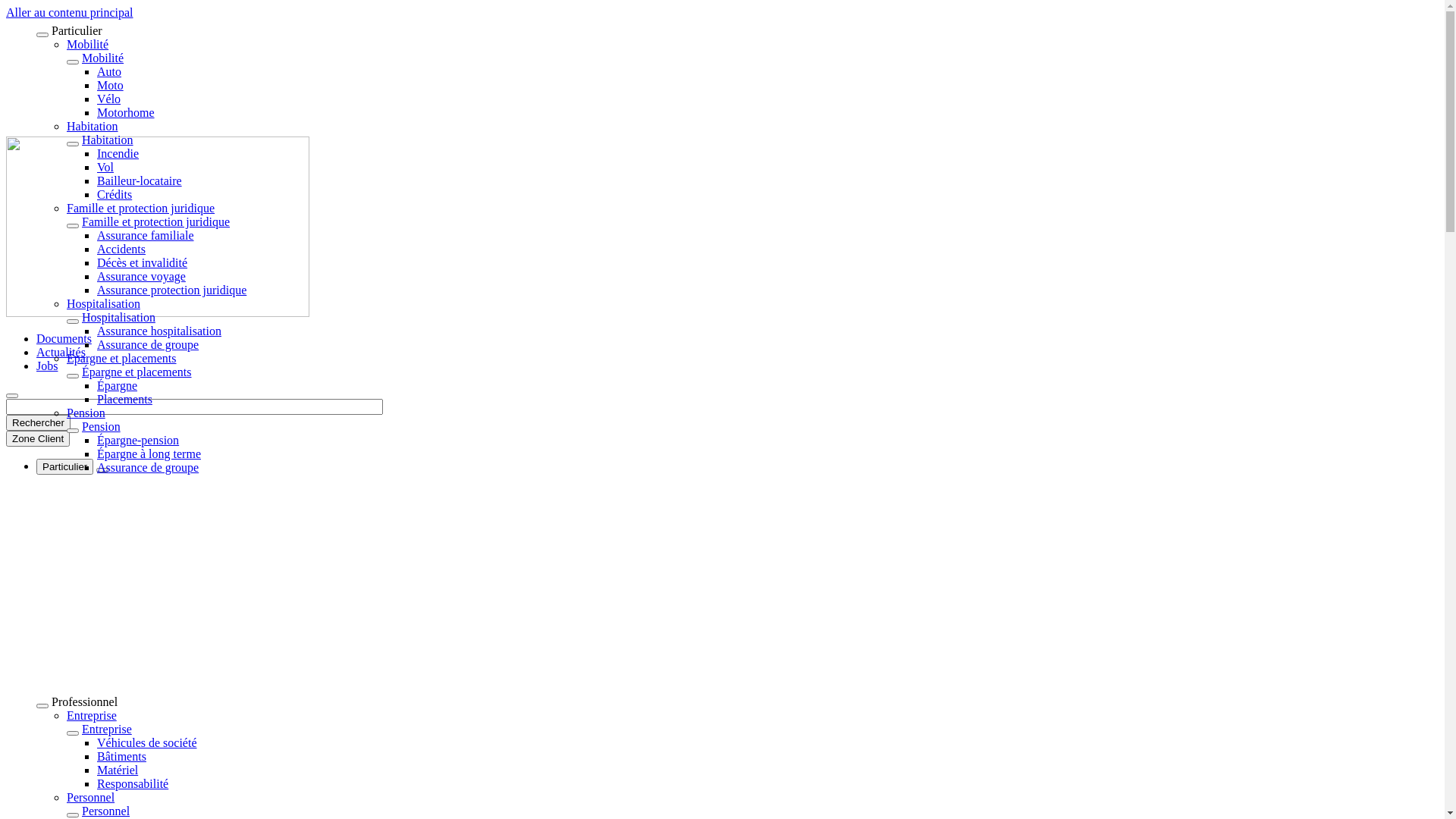  I want to click on 'Entreprise', so click(105, 728).